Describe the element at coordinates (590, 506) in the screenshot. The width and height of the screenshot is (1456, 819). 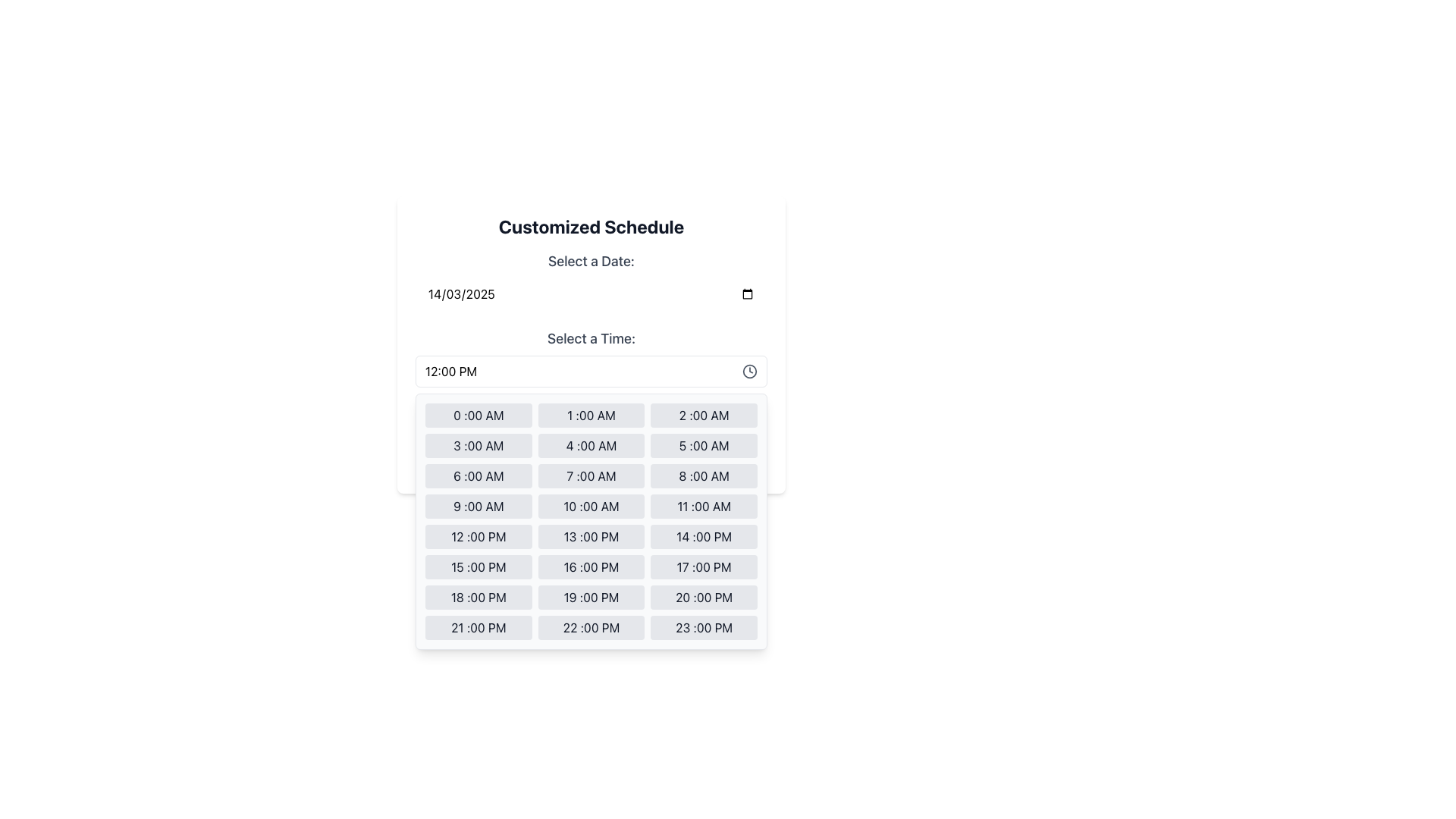
I see `the rectangular button labeled '10 :00 AM' with a light gray background` at that location.